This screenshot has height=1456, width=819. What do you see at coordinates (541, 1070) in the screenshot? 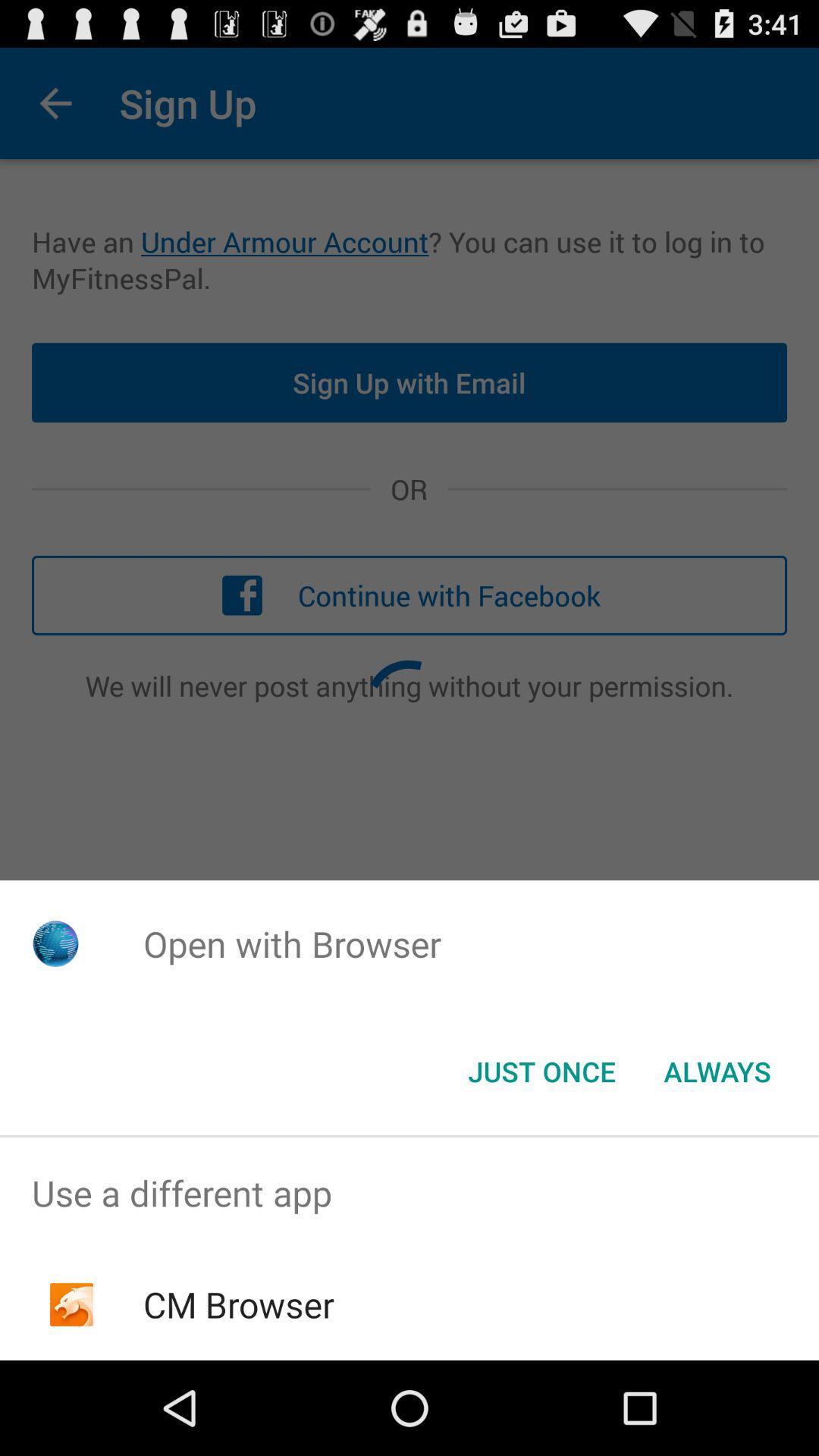
I see `the item to the left of the always button` at bounding box center [541, 1070].